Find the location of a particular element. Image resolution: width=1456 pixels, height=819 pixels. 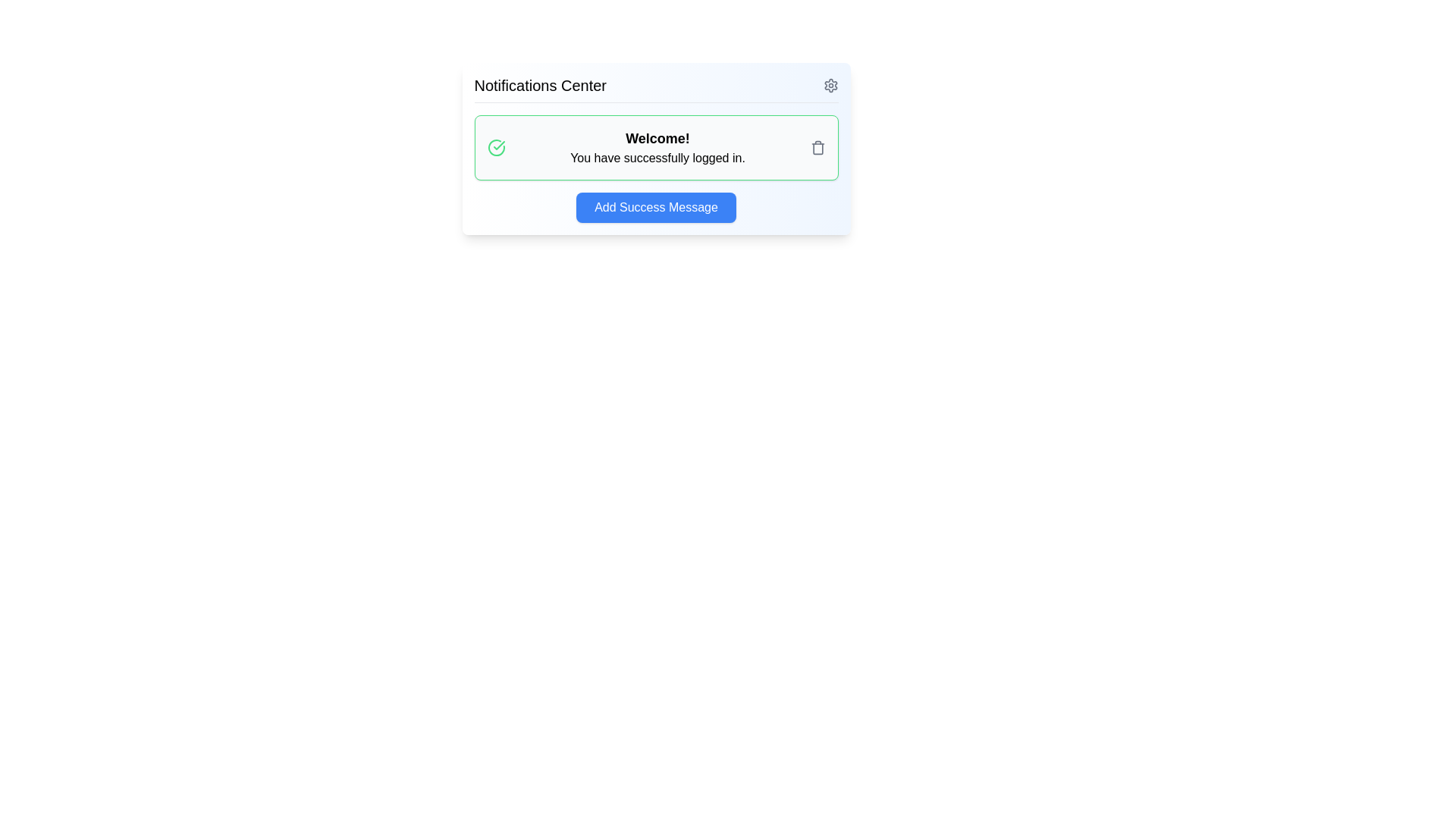

the gray trash icon located to the far right of the message 'Welcome! You have successfully logged in.' within the notification box is located at coordinates (817, 148).